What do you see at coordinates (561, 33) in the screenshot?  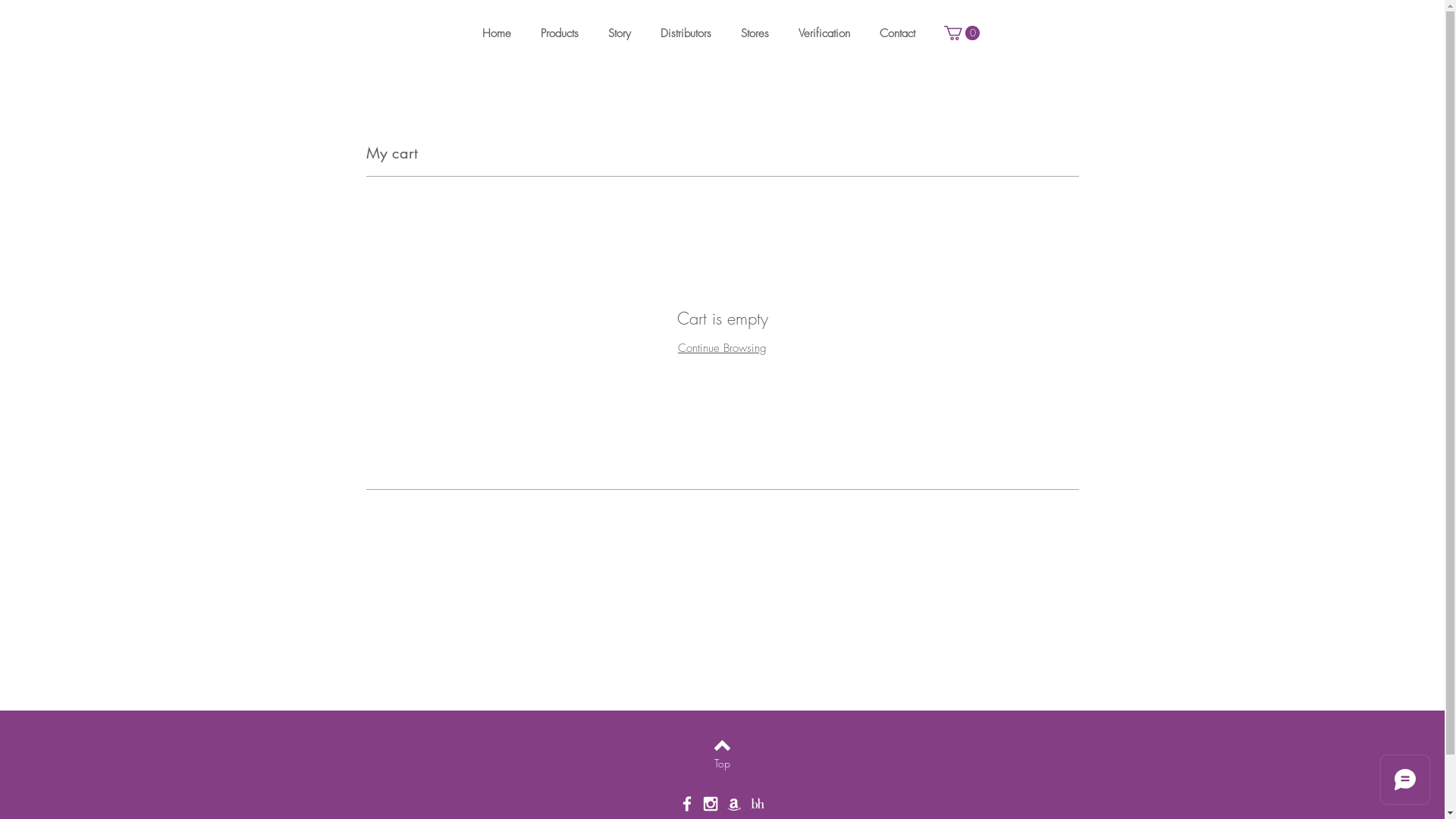 I see `'Products'` at bounding box center [561, 33].